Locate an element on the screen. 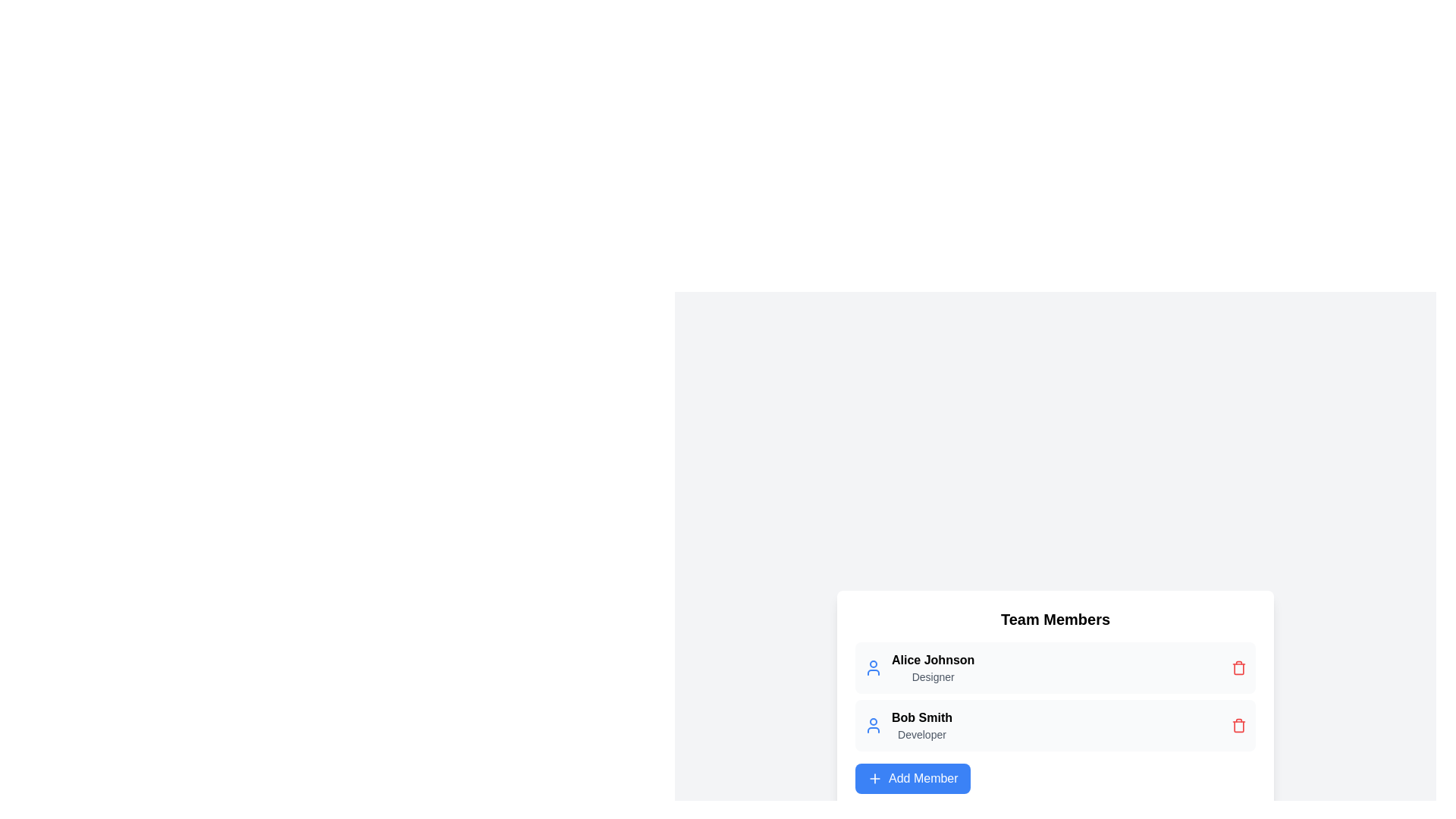 The image size is (1456, 819). text content of the label group displaying the name and role of the second team member in the list, located directly below 'Alice Johnson, Designer' is located at coordinates (921, 724).